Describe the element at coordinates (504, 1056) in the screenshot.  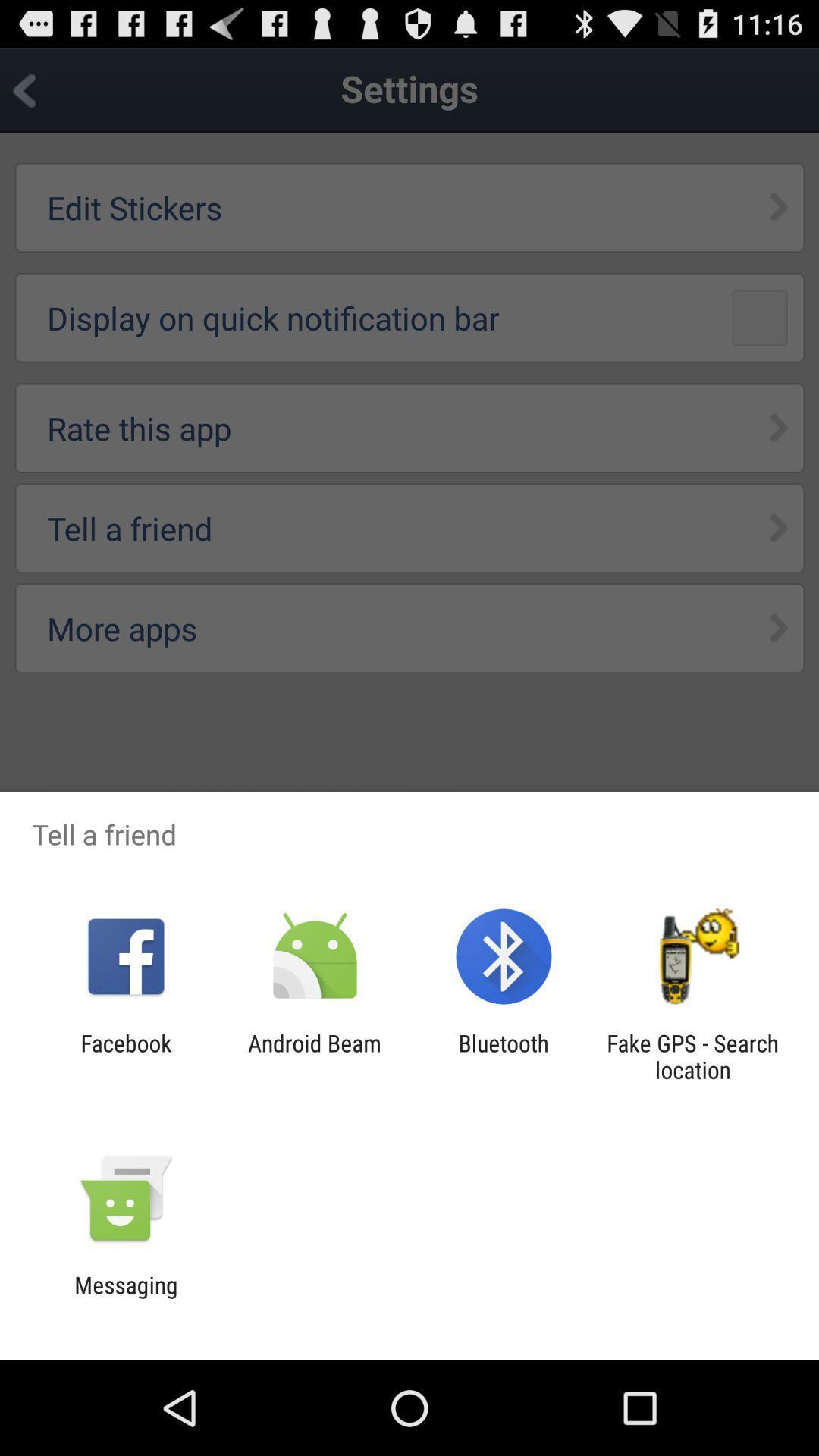
I see `icon to the right of the android beam icon` at that location.